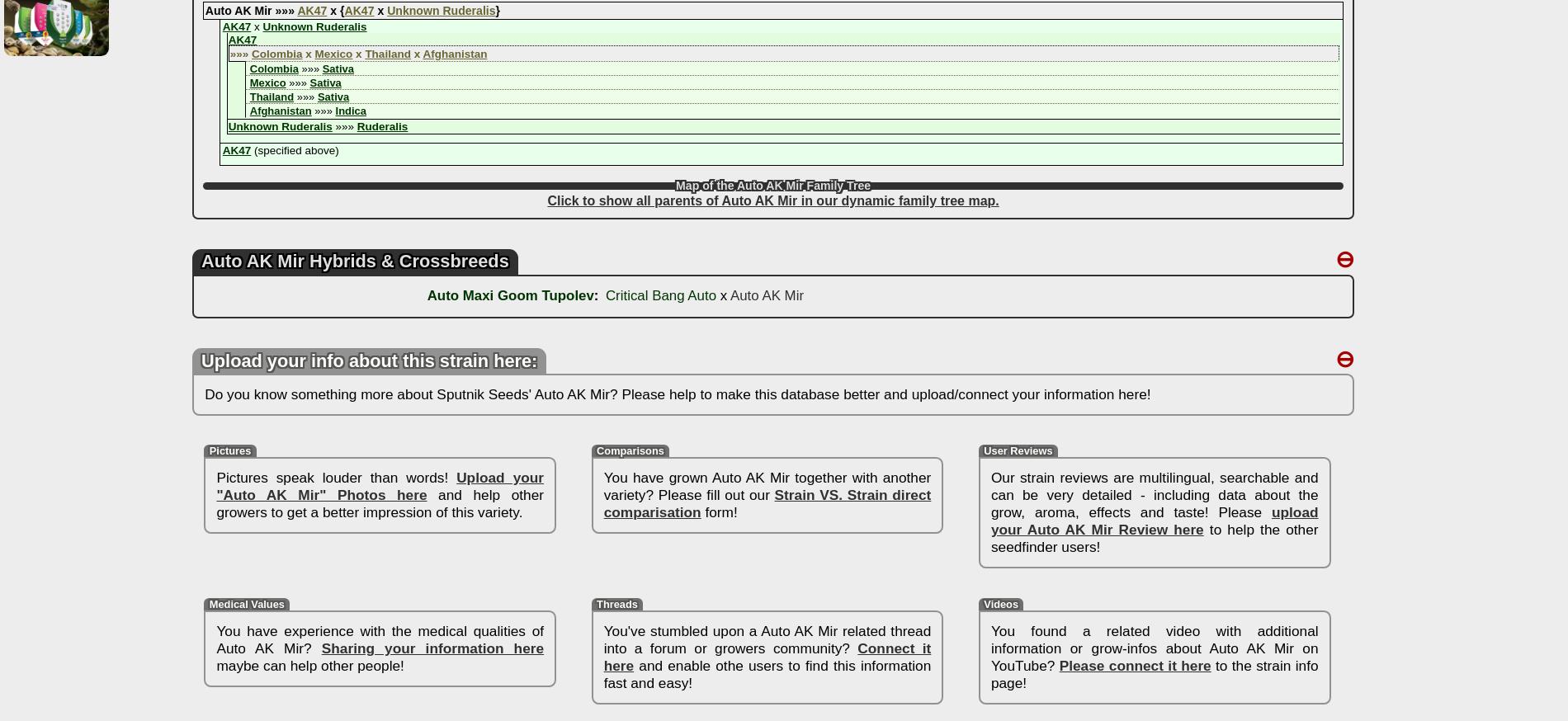 The width and height of the screenshot is (1568, 721). What do you see at coordinates (353, 260) in the screenshot?
I see `'Auto AK Mir Hybrids & Crossbreeds'` at bounding box center [353, 260].